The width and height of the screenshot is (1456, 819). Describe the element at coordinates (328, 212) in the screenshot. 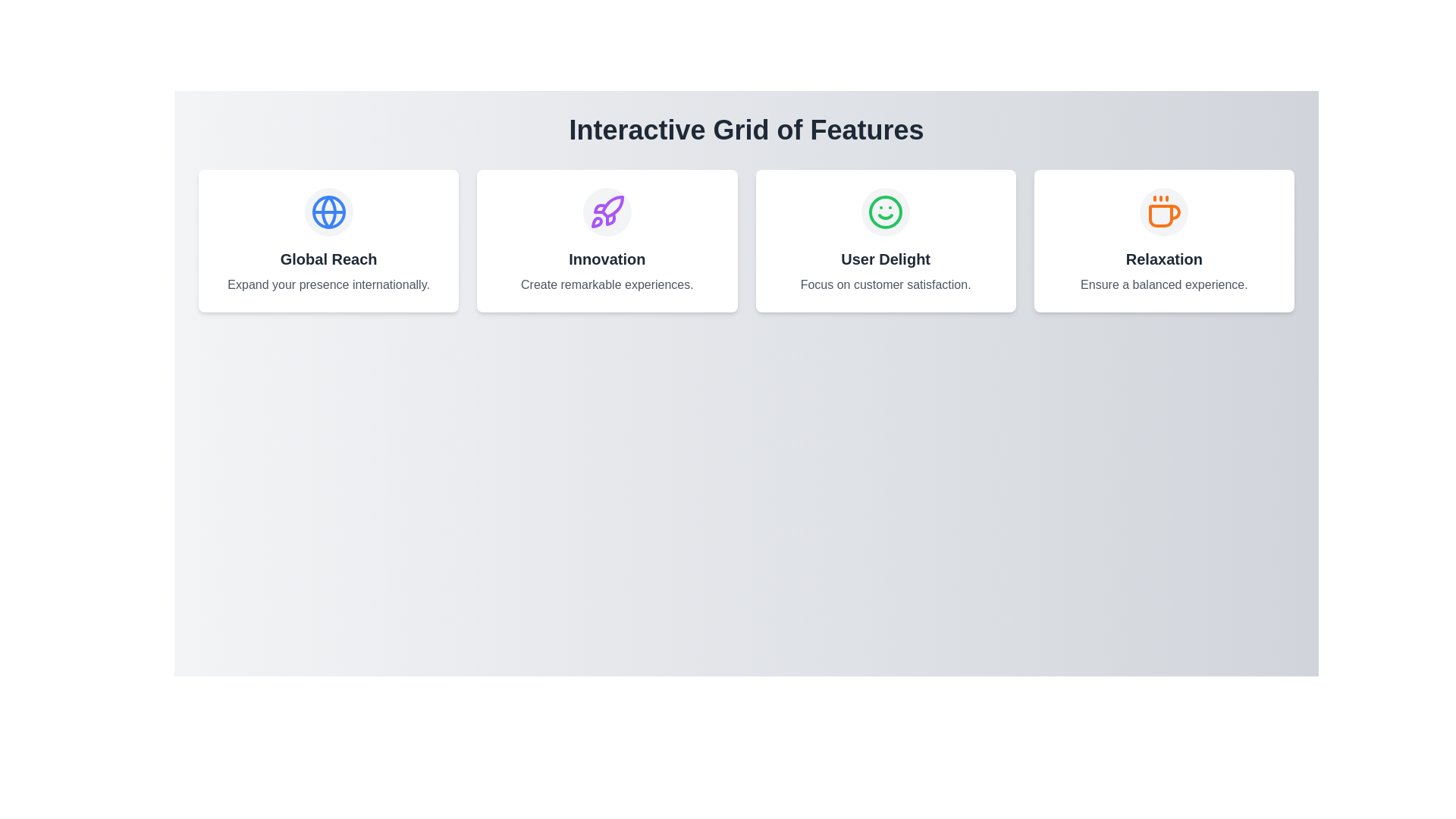

I see `the circular icon containing a blue globe symbol, which is located at the top center of the first card in a row of four cards, under the title 'Interactive Grid of Features'` at that location.